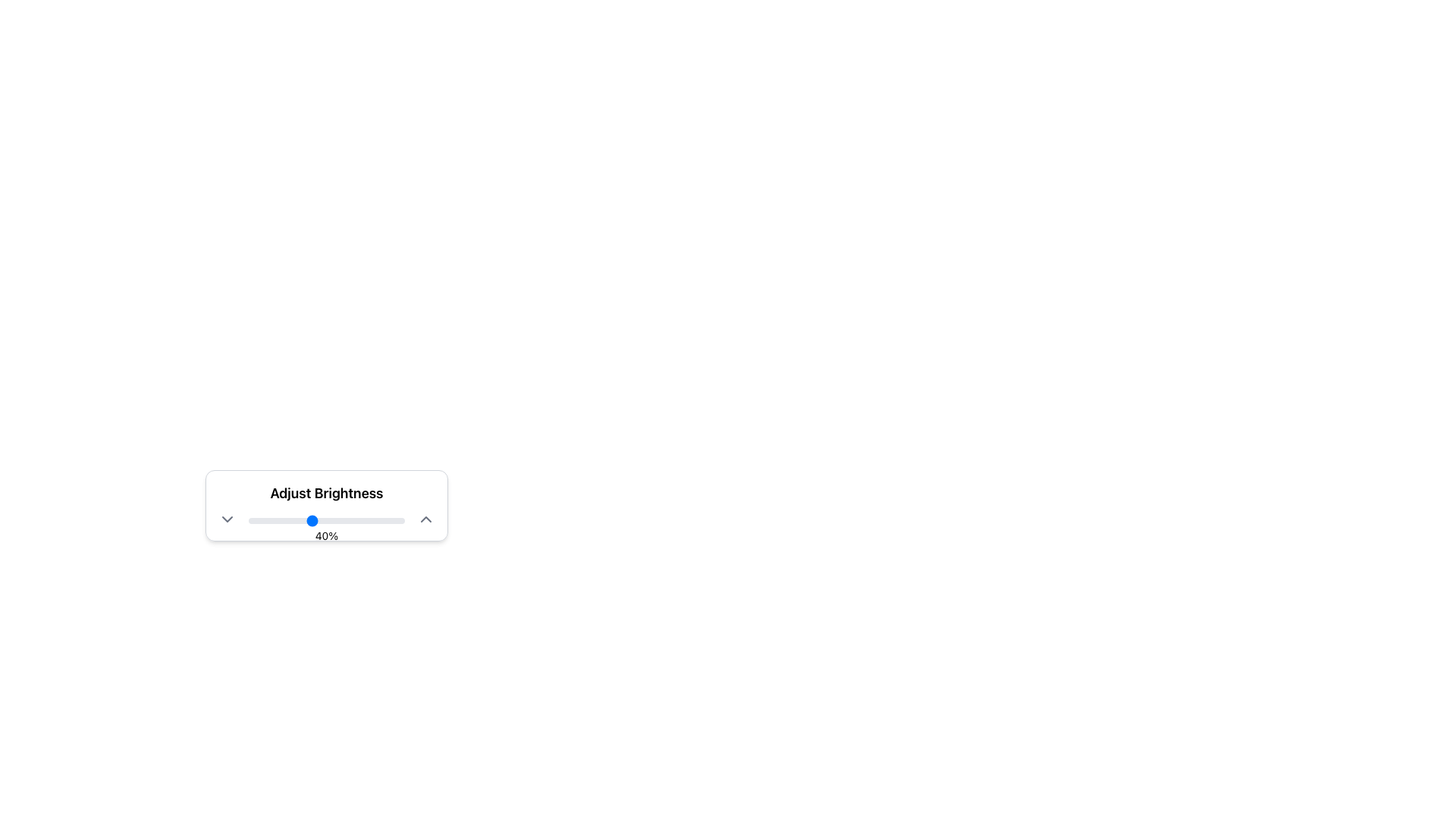 The height and width of the screenshot is (819, 1456). Describe the element at coordinates (326, 519) in the screenshot. I see `the range slider component for brightness adjustment, which is centrally located and currently set to 40%` at that location.